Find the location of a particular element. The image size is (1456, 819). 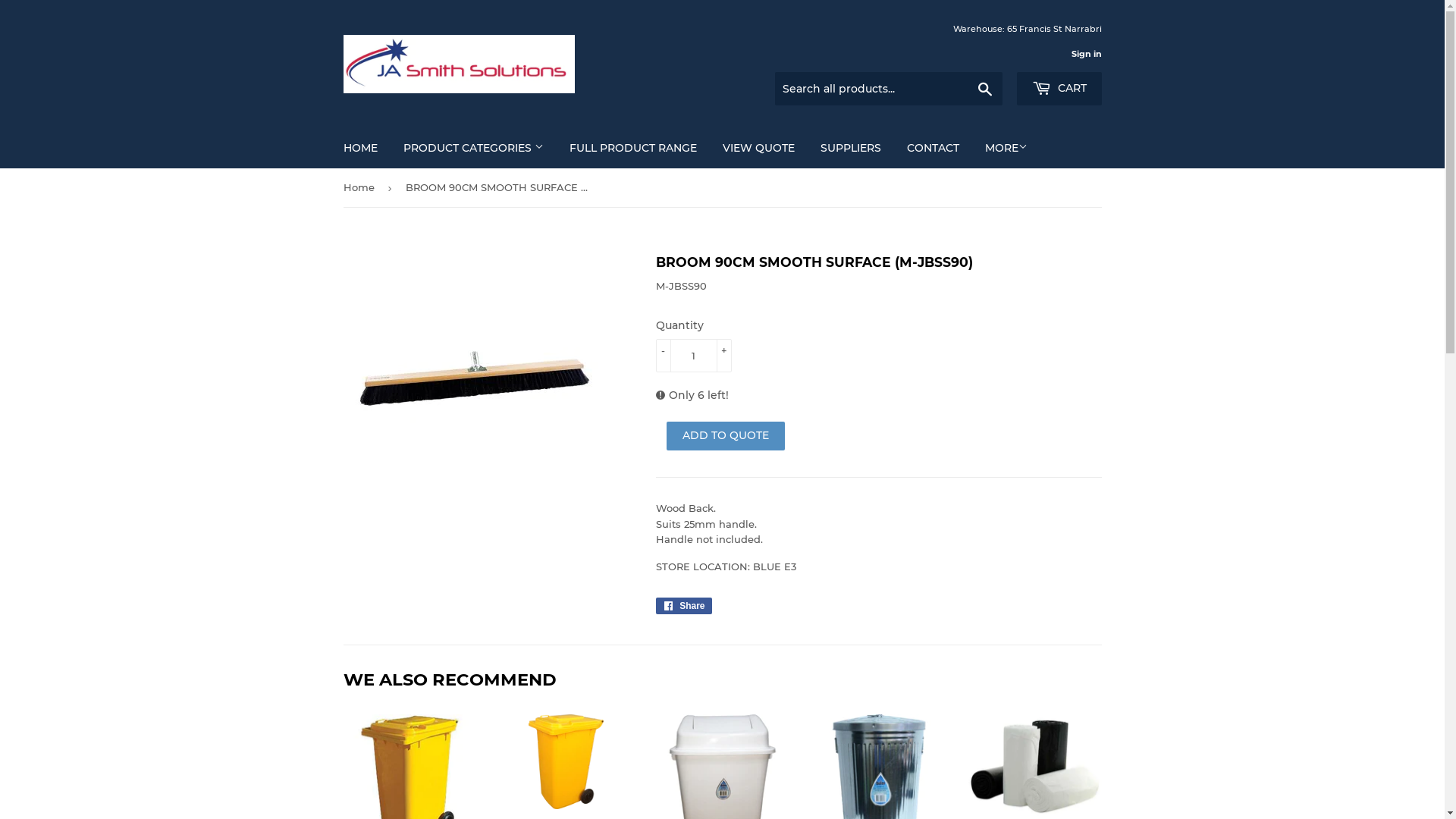

'MORE' is located at coordinates (1006, 148).